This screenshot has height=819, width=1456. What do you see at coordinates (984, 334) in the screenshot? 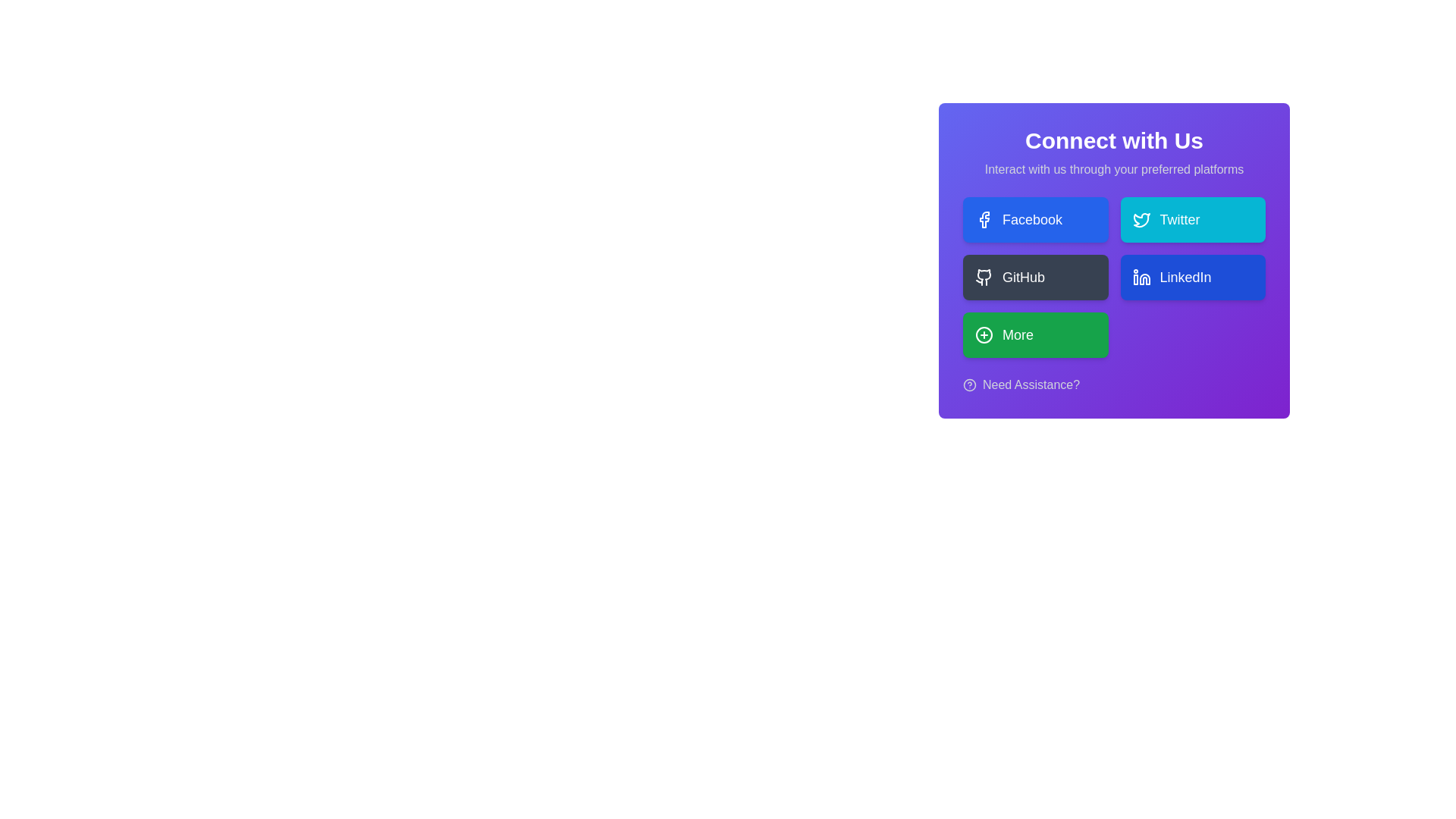
I see `the 'circle-plus' icon located within the green rectangular button labeled 'More' in the bottom row of buttons` at bounding box center [984, 334].